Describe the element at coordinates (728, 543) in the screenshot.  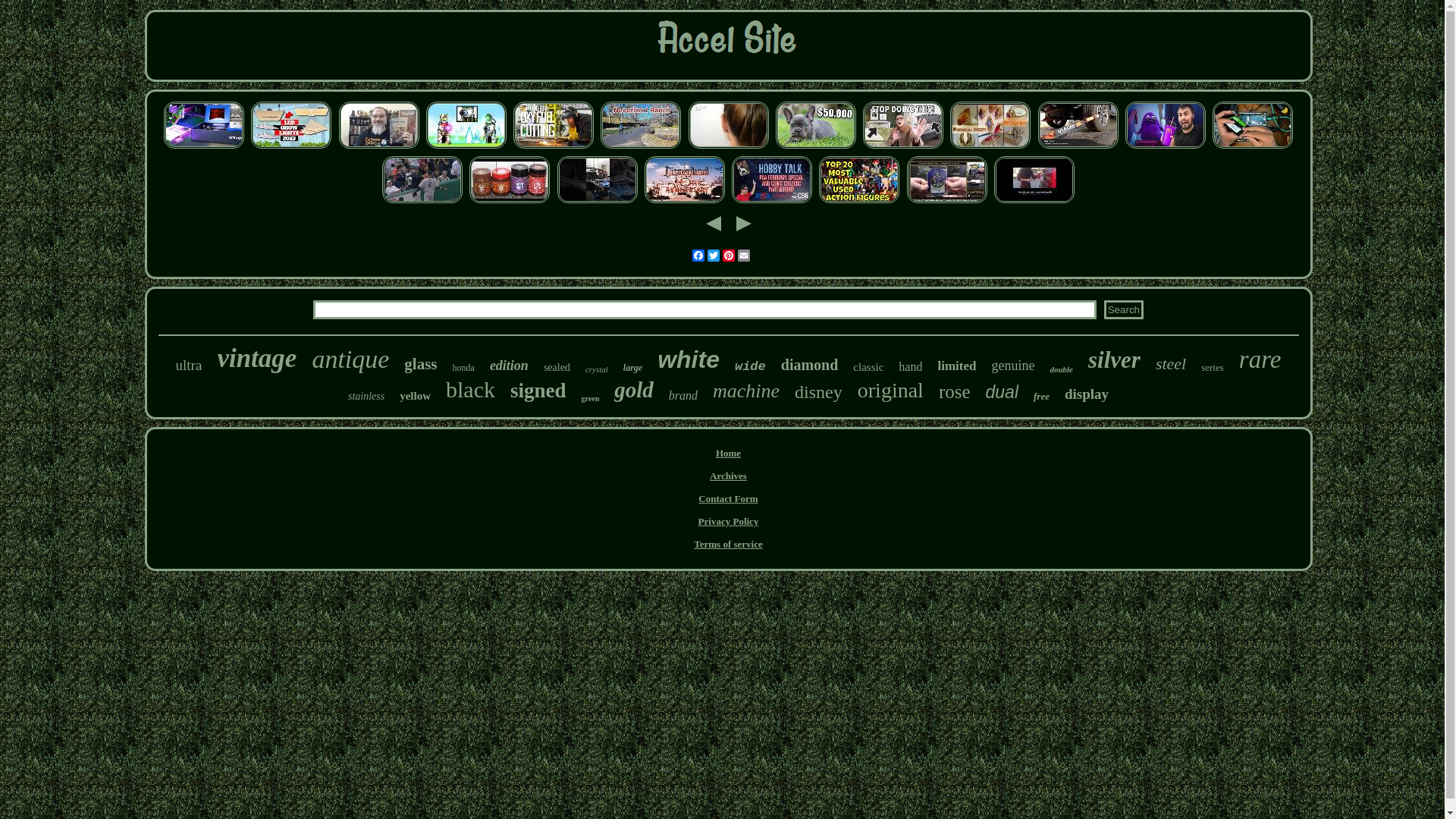
I see `'Terms of service'` at that location.